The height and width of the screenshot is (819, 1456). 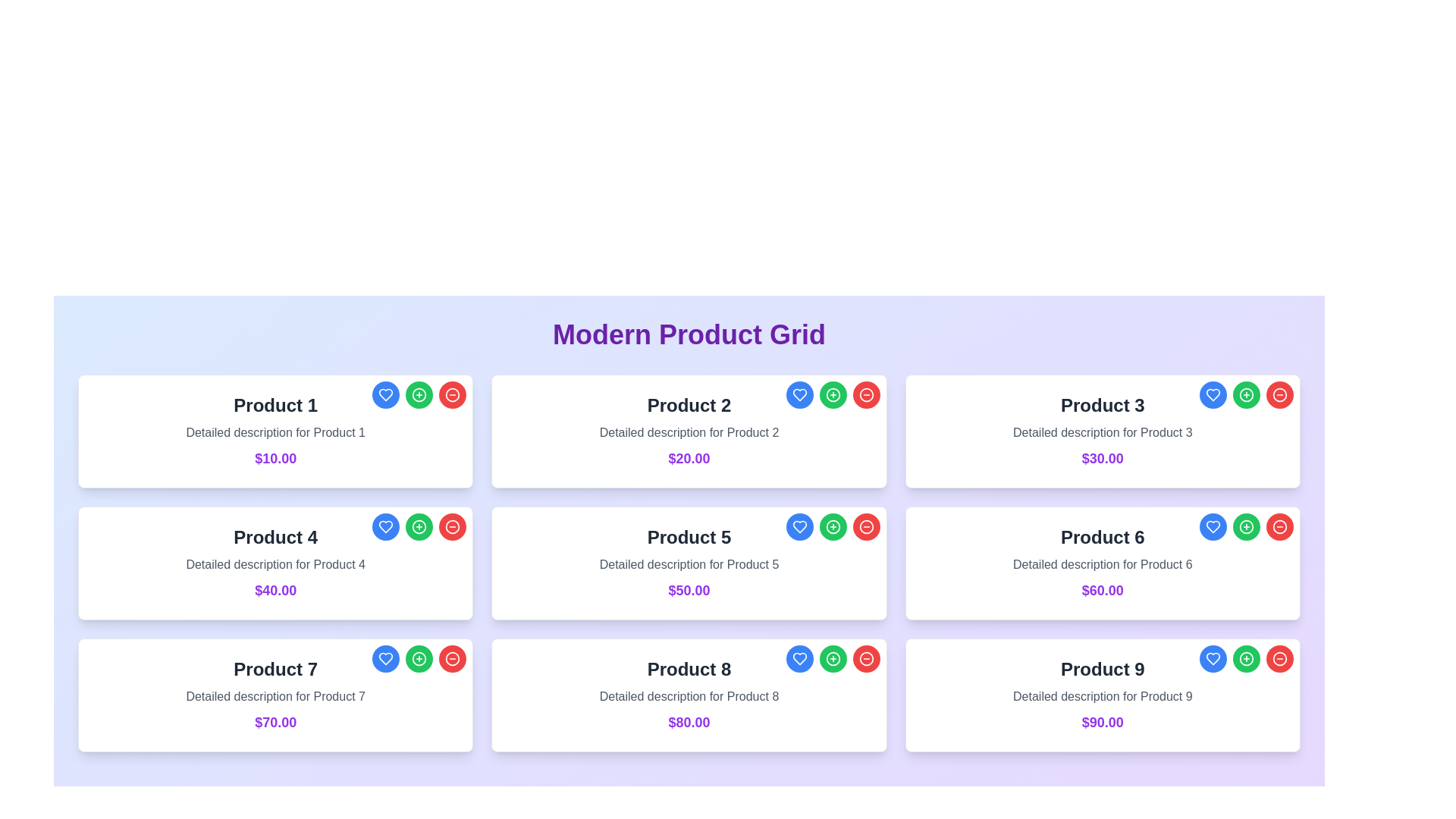 What do you see at coordinates (1211, 657) in the screenshot?
I see `the favorite button for Product 9, which is the first button in the row of control buttons located at the top-right corner inside the product card` at bounding box center [1211, 657].